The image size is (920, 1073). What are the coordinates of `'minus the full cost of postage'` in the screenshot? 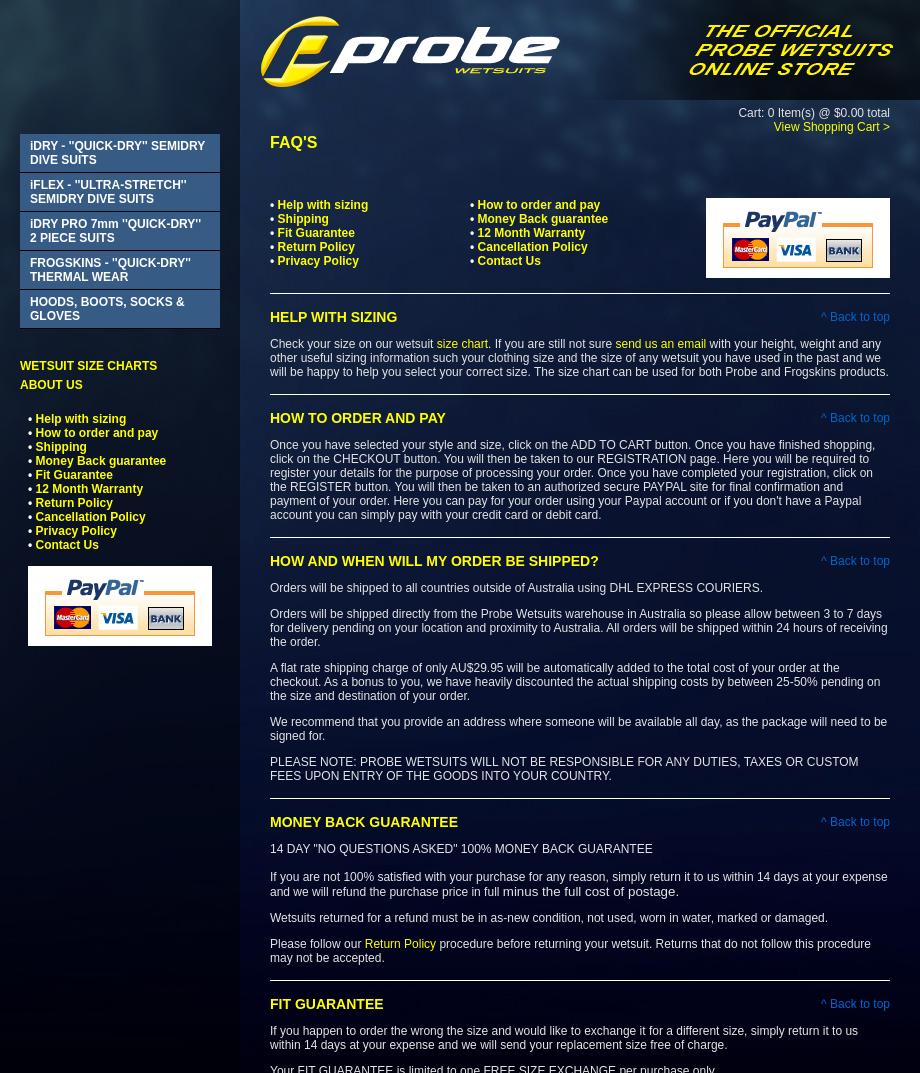 It's located at (587, 890).